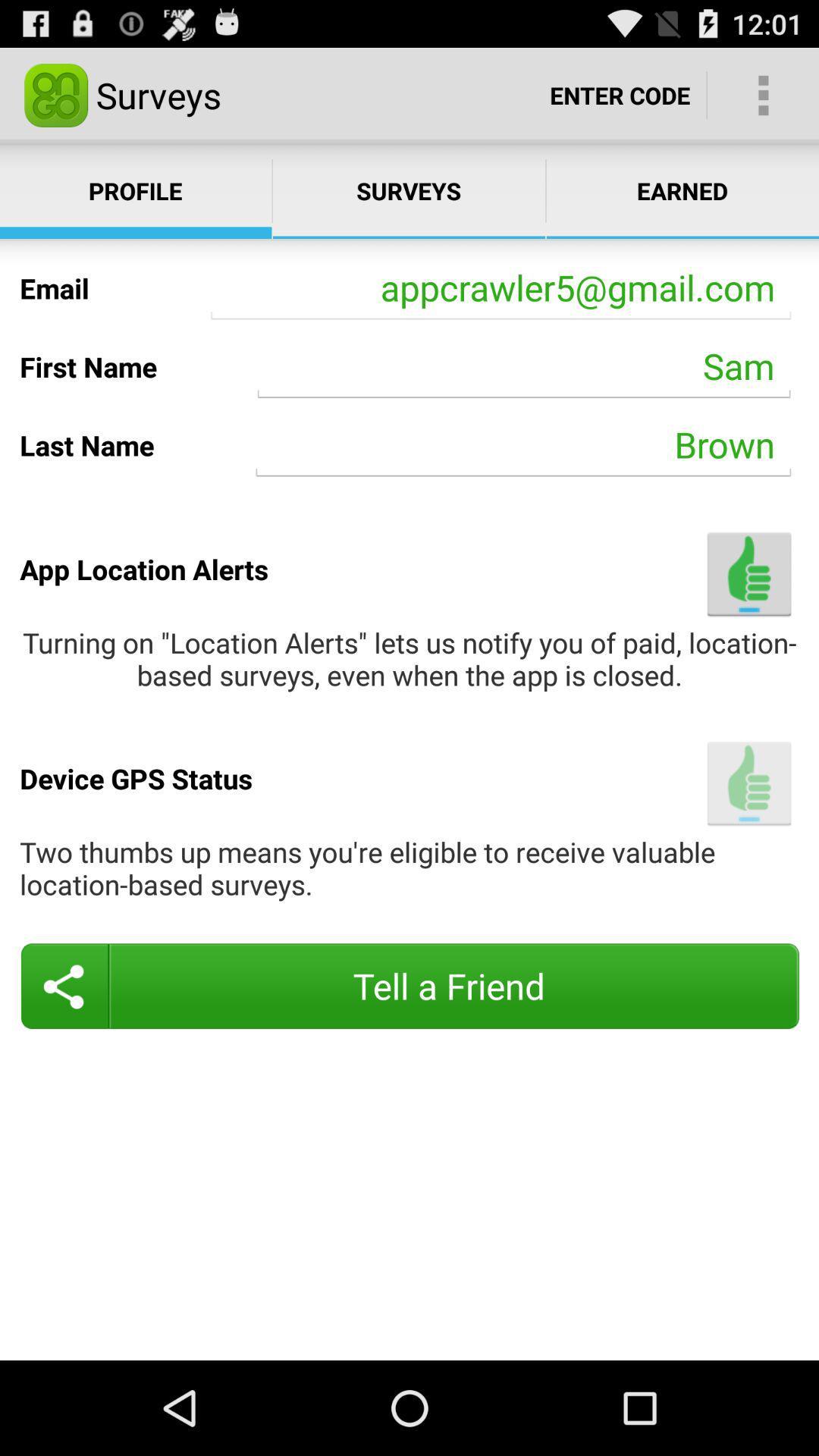 The height and width of the screenshot is (1456, 819). Describe the element at coordinates (523, 366) in the screenshot. I see `the sam` at that location.